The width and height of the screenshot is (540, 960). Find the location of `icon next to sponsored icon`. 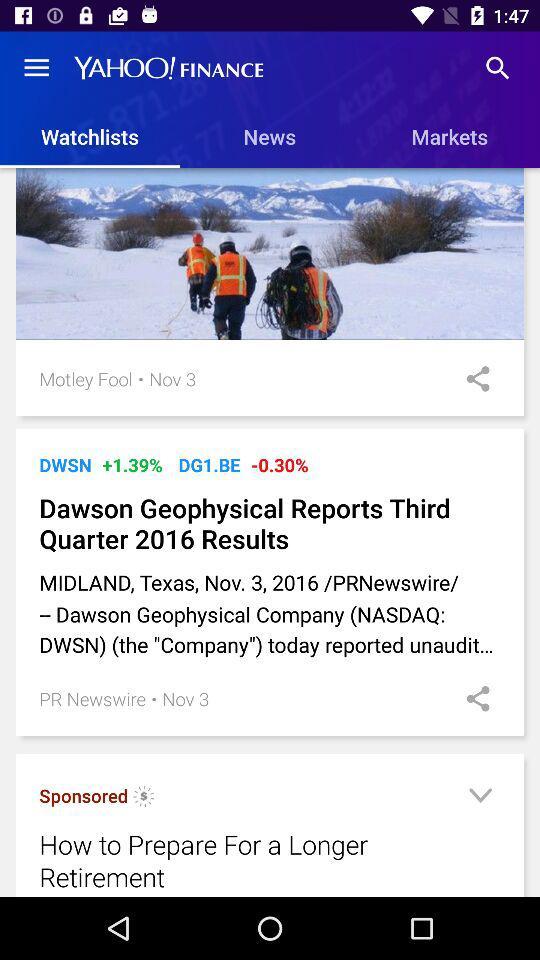

icon next to sponsored icon is located at coordinates (143, 799).